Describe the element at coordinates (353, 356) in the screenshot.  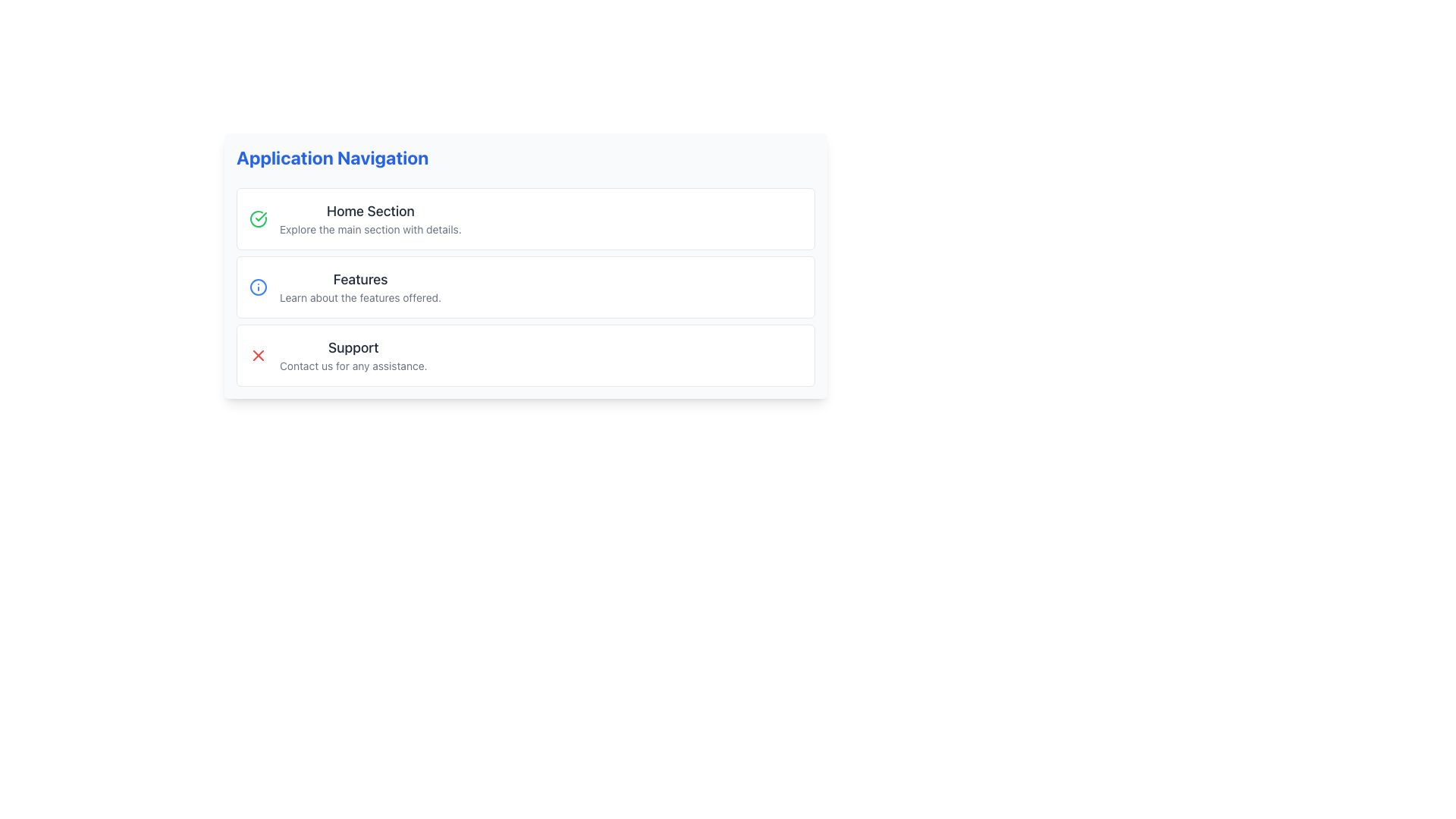
I see `text block containing 'Support' and 'Contact us for any assistance.' which is the third item in the vertical navigation list` at that location.